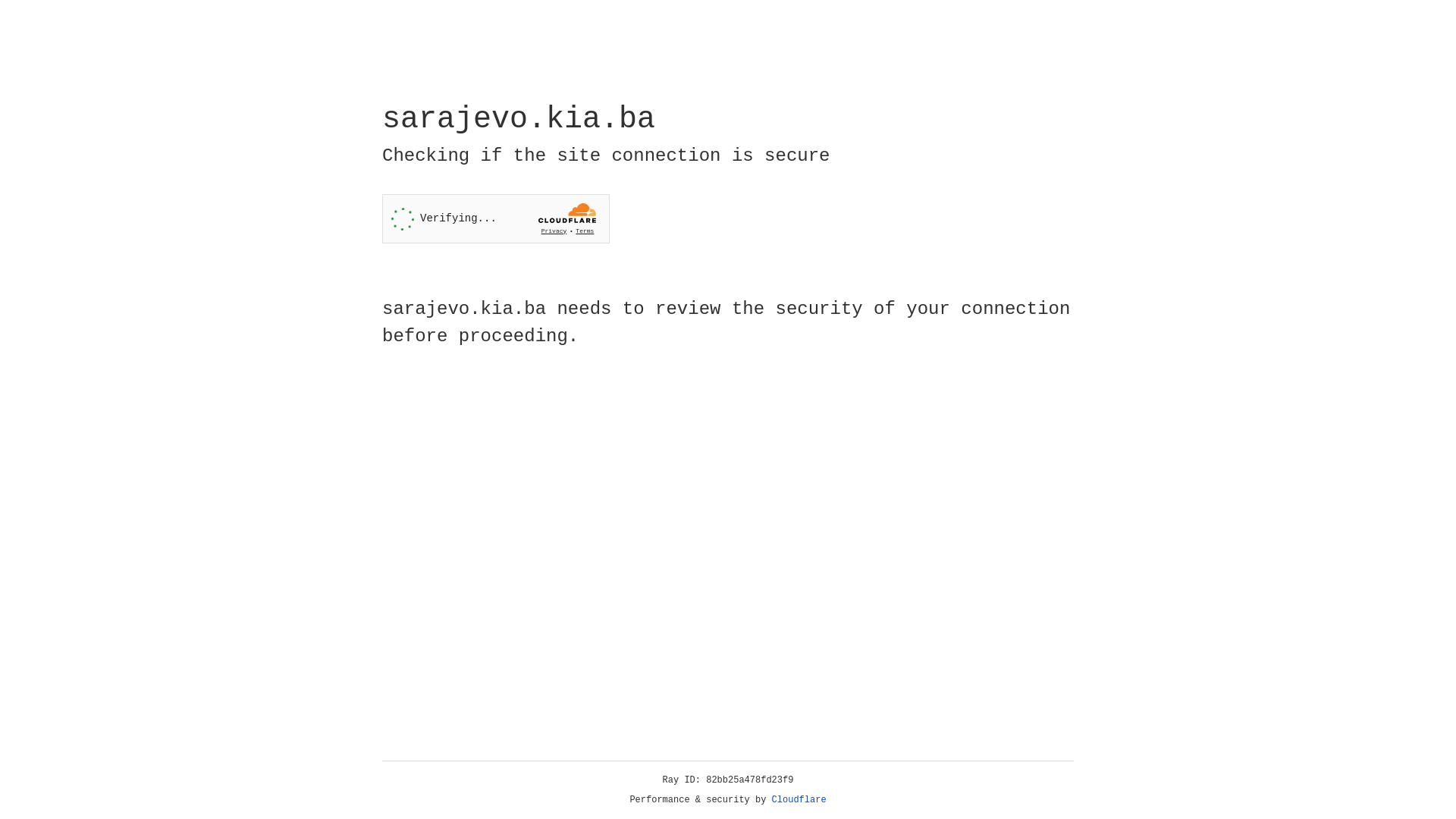 Image resolution: width=1456 pixels, height=819 pixels. What do you see at coordinates (799, 799) in the screenshot?
I see `'Cloudflare'` at bounding box center [799, 799].